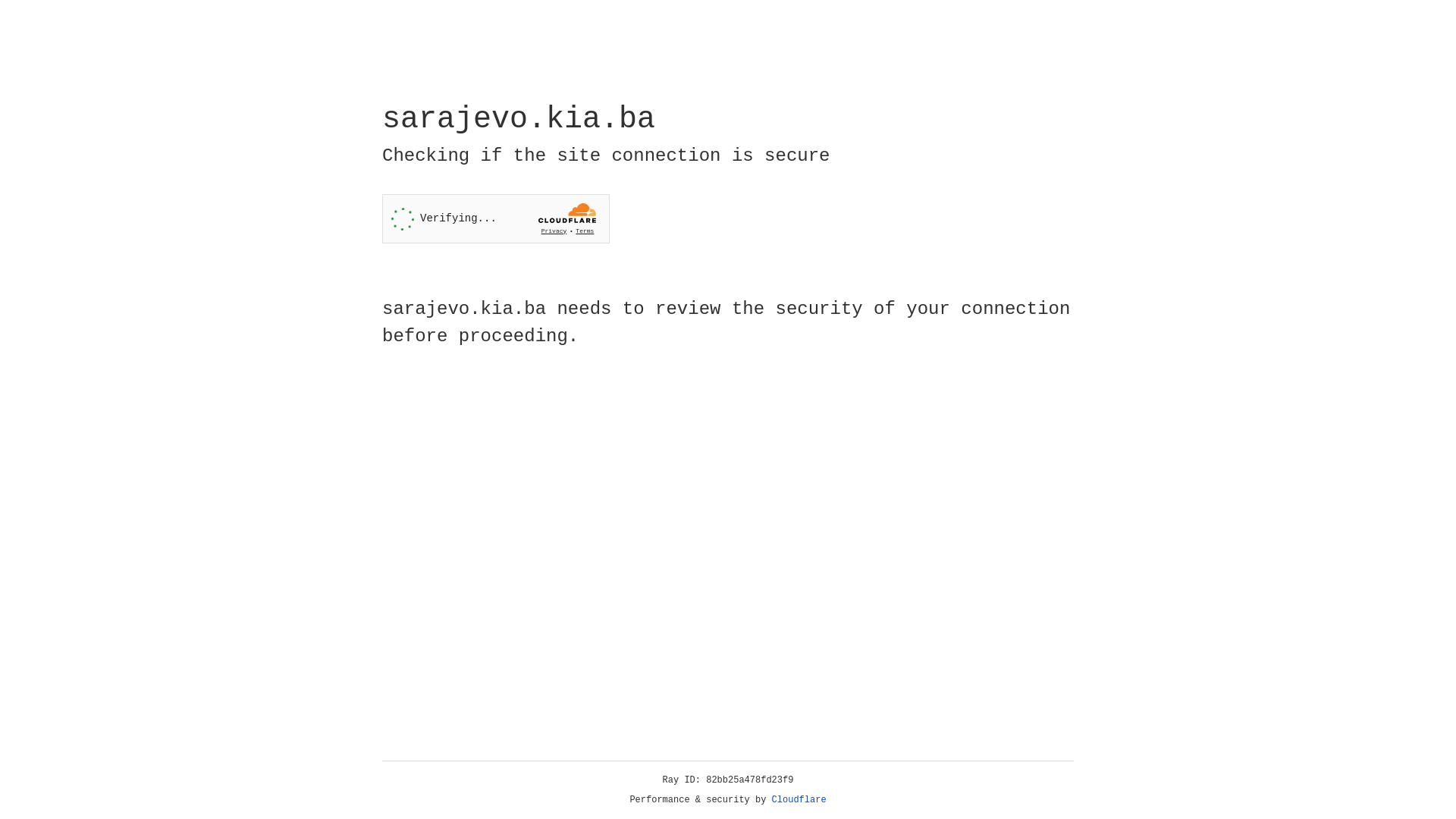 Image resolution: width=1456 pixels, height=819 pixels. What do you see at coordinates (799, 799) in the screenshot?
I see `'Cloudflare'` at bounding box center [799, 799].